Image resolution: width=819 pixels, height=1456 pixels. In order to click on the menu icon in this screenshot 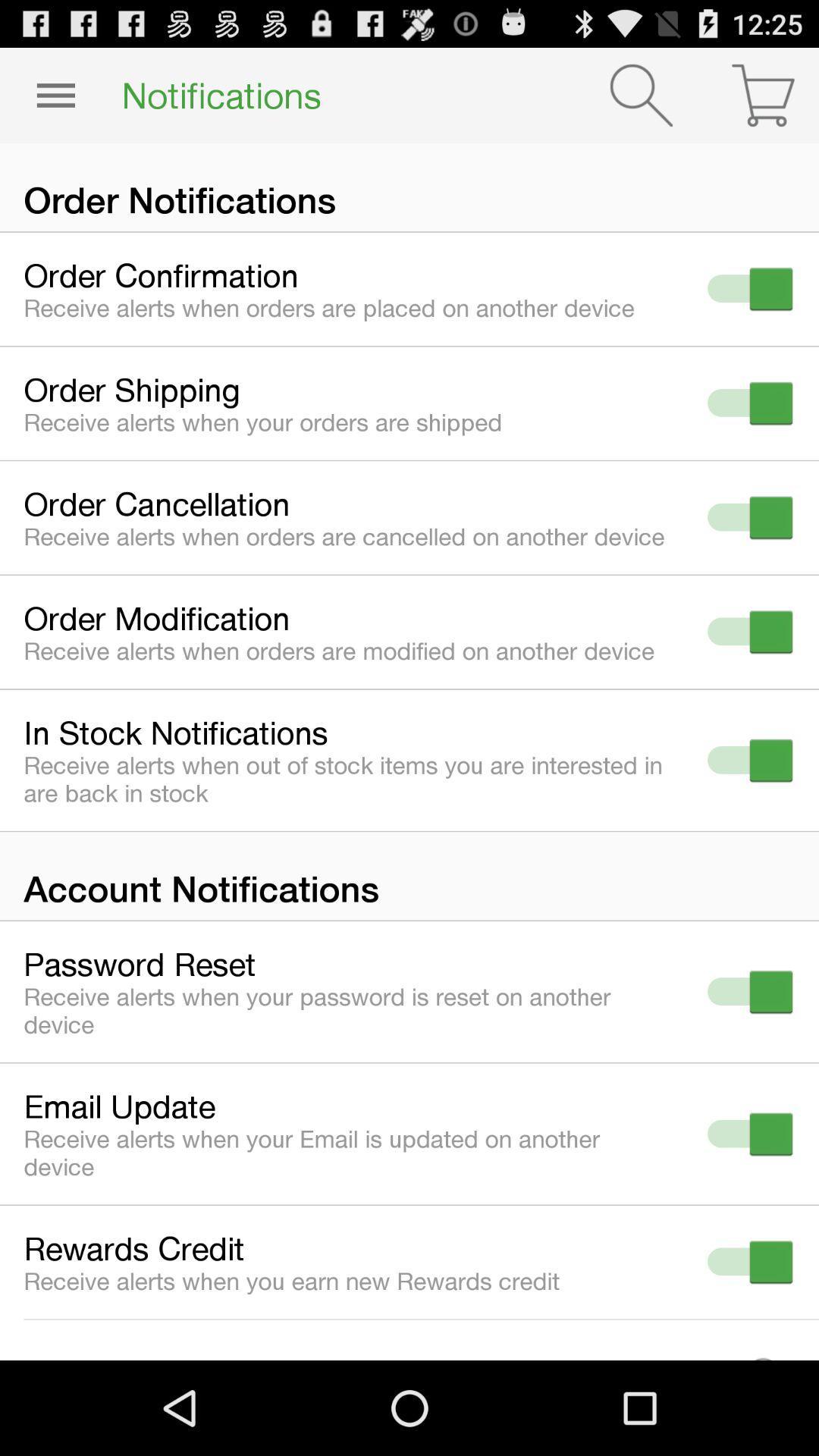, I will do `click(55, 101)`.